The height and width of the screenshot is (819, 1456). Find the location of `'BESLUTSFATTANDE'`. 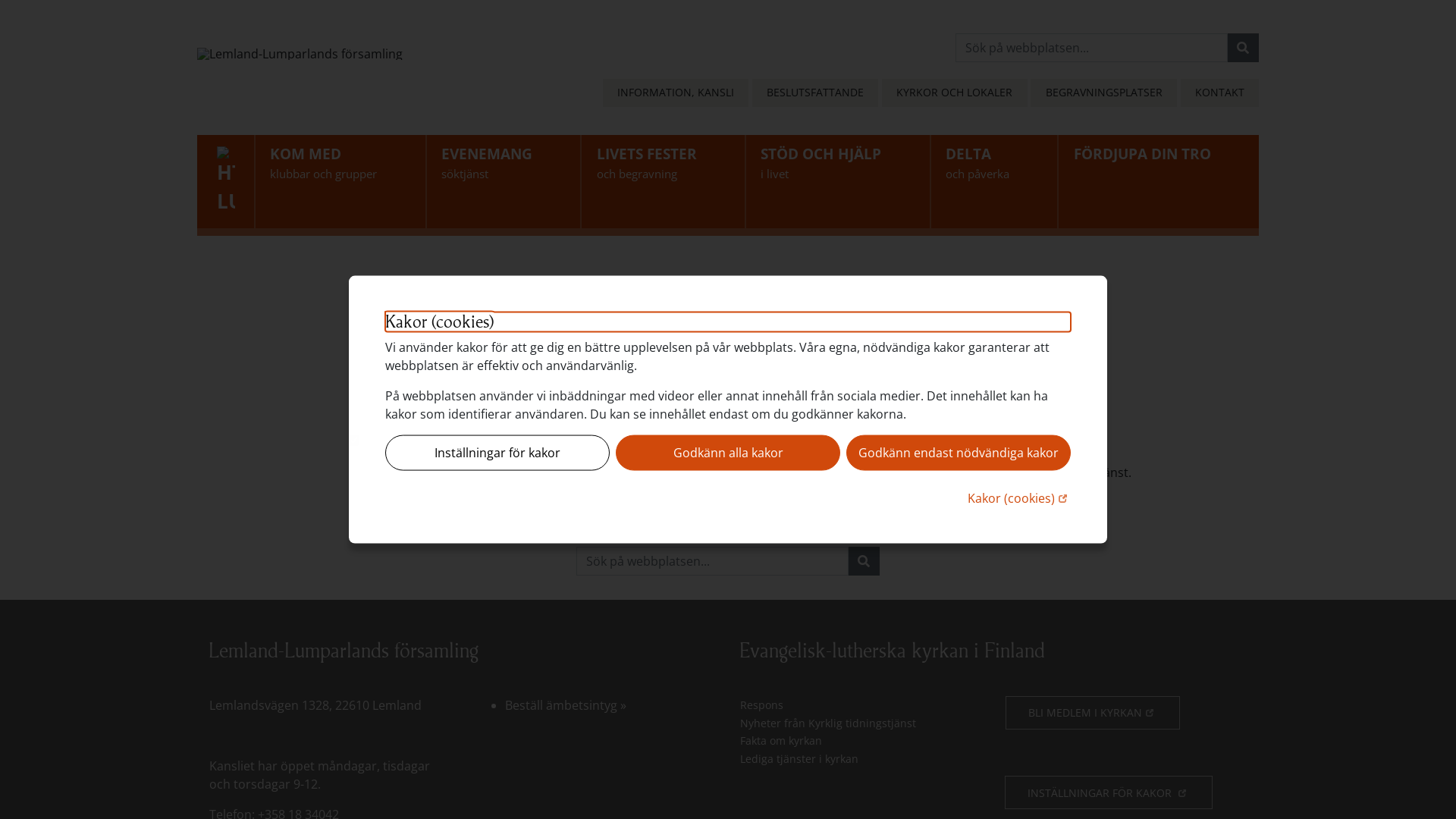

'BESLUTSFATTANDE' is located at coordinates (752, 93).